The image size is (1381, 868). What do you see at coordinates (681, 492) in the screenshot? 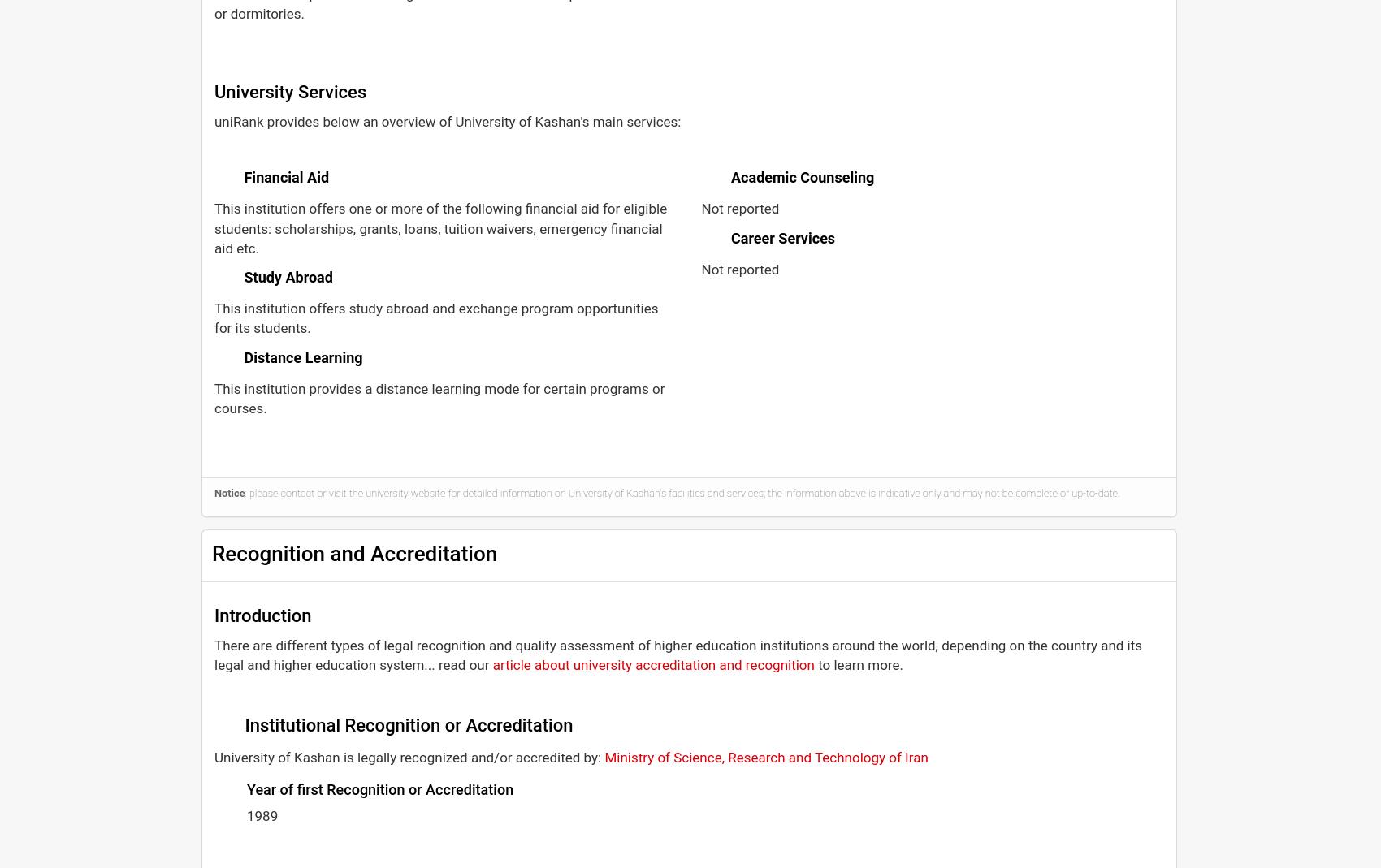
I see `': please contact or visit the university website for detailed information on University of Kashan's facilities and services; the information above is indicative only and may not be complete or up-to-date.'` at bounding box center [681, 492].